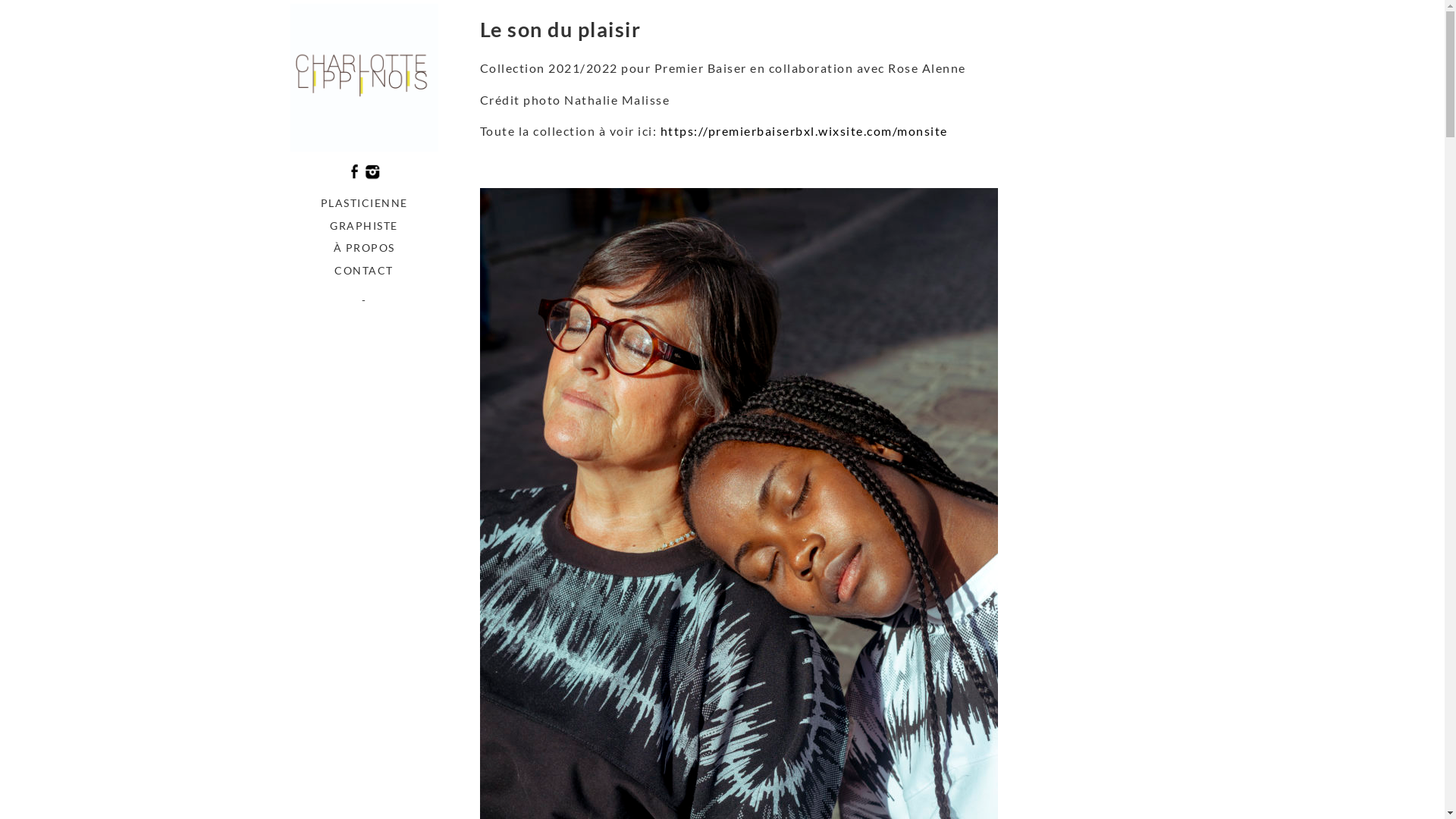 Image resolution: width=1456 pixels, height=819 pixels. What do you see at coordinates (802, 130) in the screenshot?
I see `'https://premierbaiserbxl.wixsite.com/monsite'` at bounding box center [802, 130].